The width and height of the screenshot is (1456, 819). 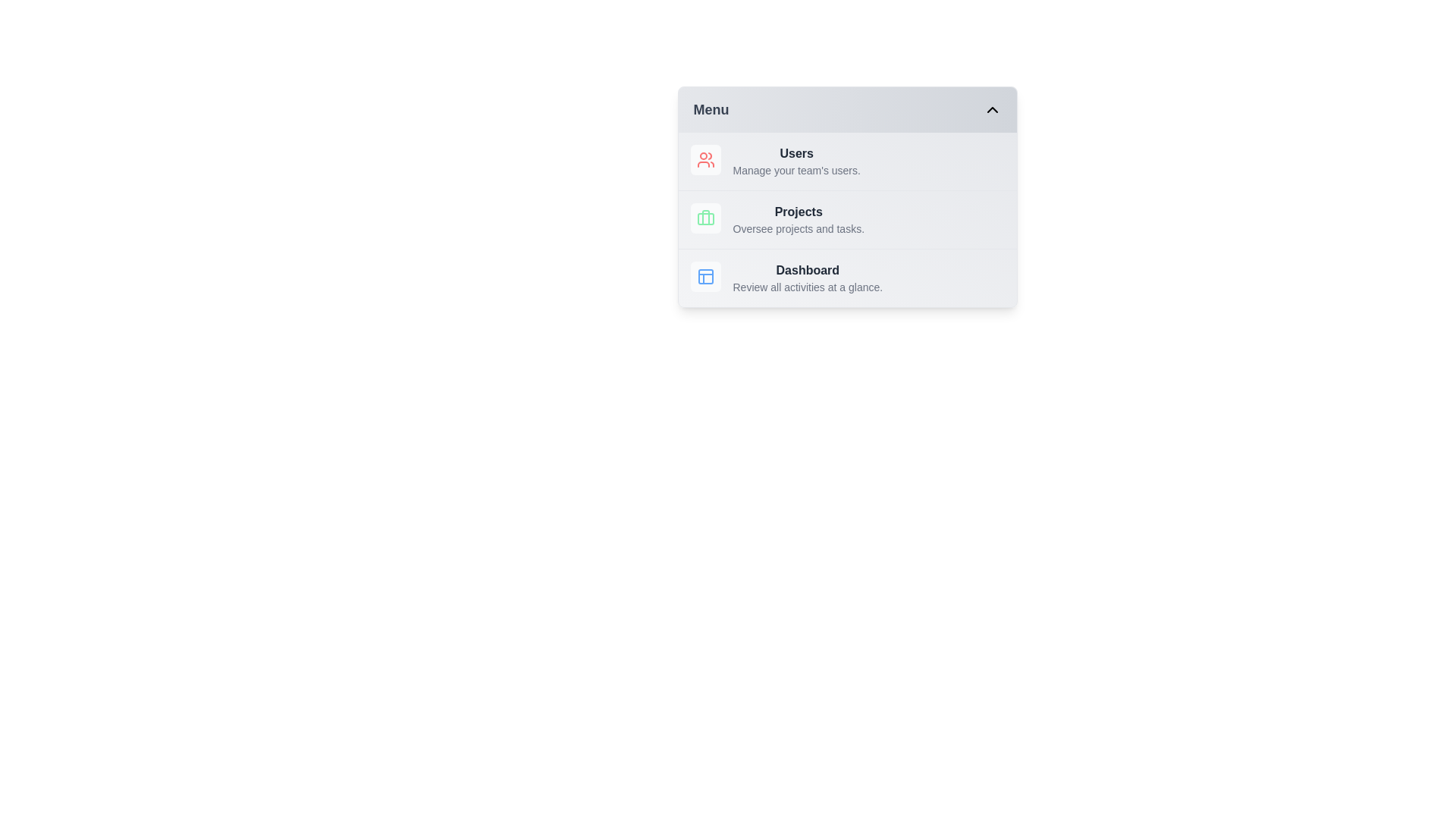 I want to click on the menu item Dashboard, so click(x=846, y=278).